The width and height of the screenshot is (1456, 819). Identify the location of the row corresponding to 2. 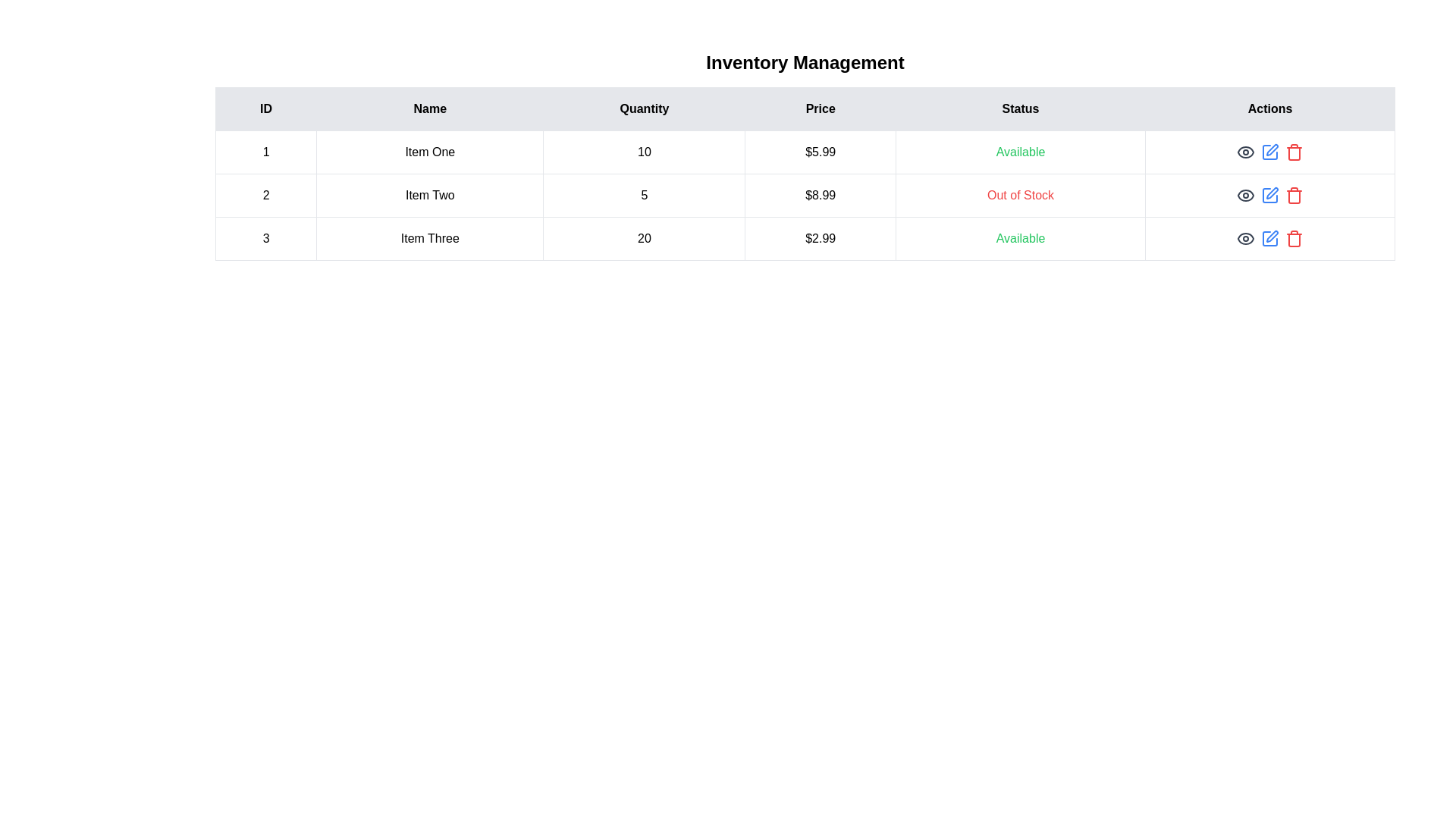
(804, 195).